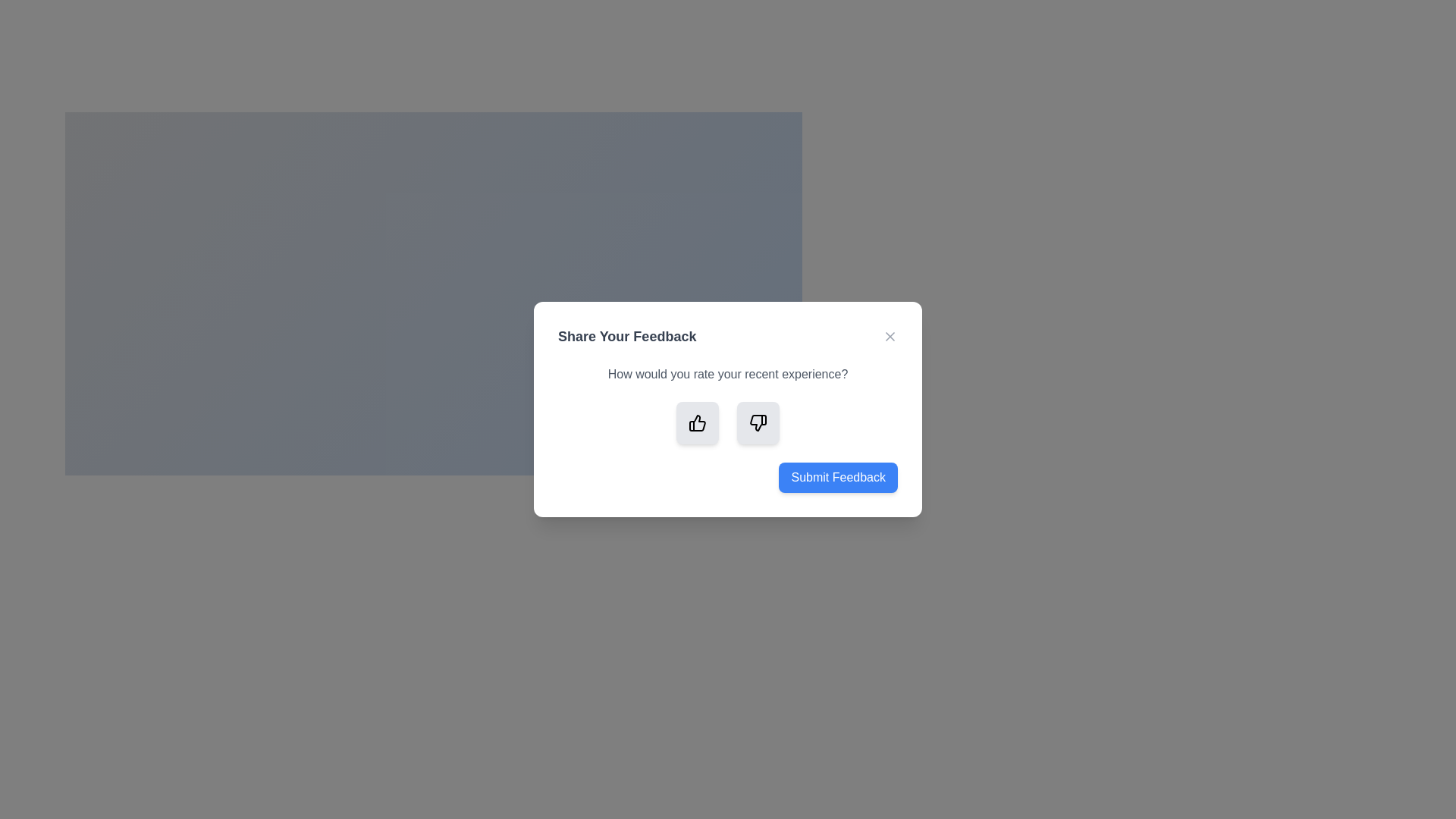 The height and width of the screenshot is (819, 1456). What do you see at coordinates (758, 423) in the screenshot?
I see `the 'Dislike' icon button to register negative feedback, which is the second icon to the right of the thumbs-up icon in the feedback modal` at bounding box center [758, 423].